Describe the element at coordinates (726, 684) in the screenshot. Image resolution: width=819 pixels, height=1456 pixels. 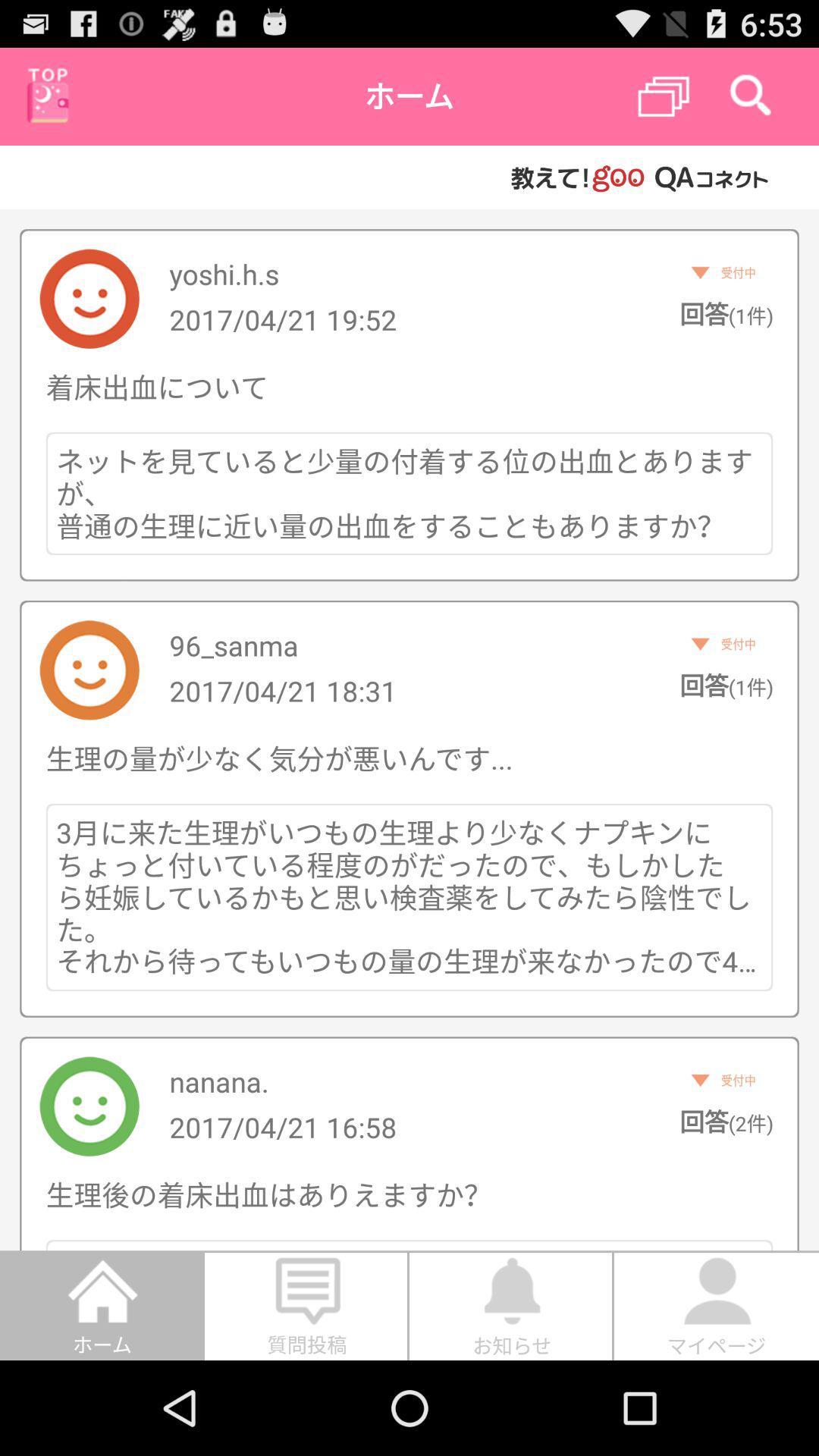
I see `the icon to the right of the 2017 04 21` at that location.